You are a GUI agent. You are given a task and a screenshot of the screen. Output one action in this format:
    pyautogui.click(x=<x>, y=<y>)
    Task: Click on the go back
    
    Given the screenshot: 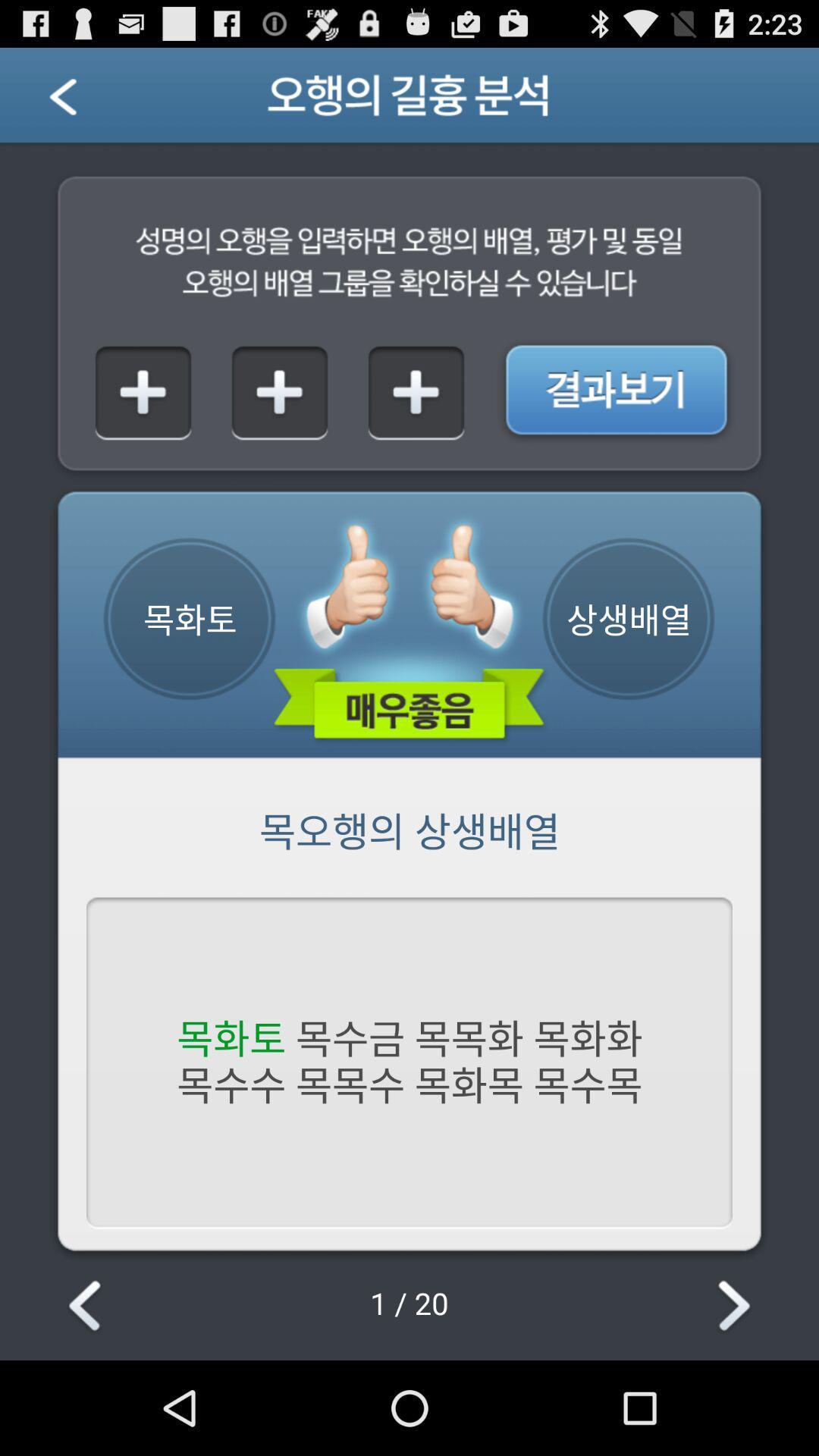 What is the action you would take?
    pyautogui.click(x=87, y=1307)
    